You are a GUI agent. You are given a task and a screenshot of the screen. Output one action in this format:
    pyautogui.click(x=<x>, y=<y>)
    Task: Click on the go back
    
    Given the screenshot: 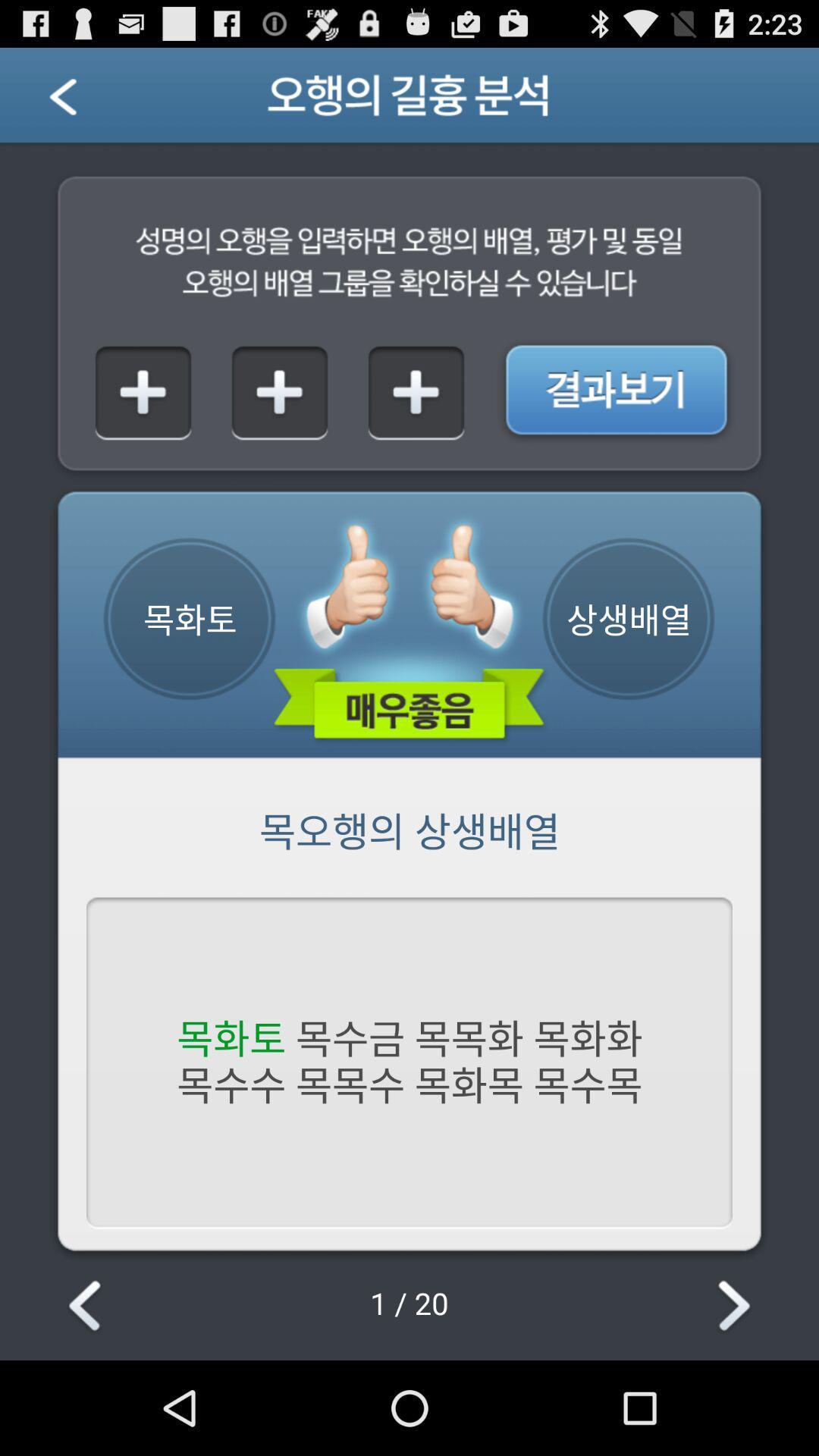 What is the action you would take?
    pyautogui.click(x=87, y=1307)
    